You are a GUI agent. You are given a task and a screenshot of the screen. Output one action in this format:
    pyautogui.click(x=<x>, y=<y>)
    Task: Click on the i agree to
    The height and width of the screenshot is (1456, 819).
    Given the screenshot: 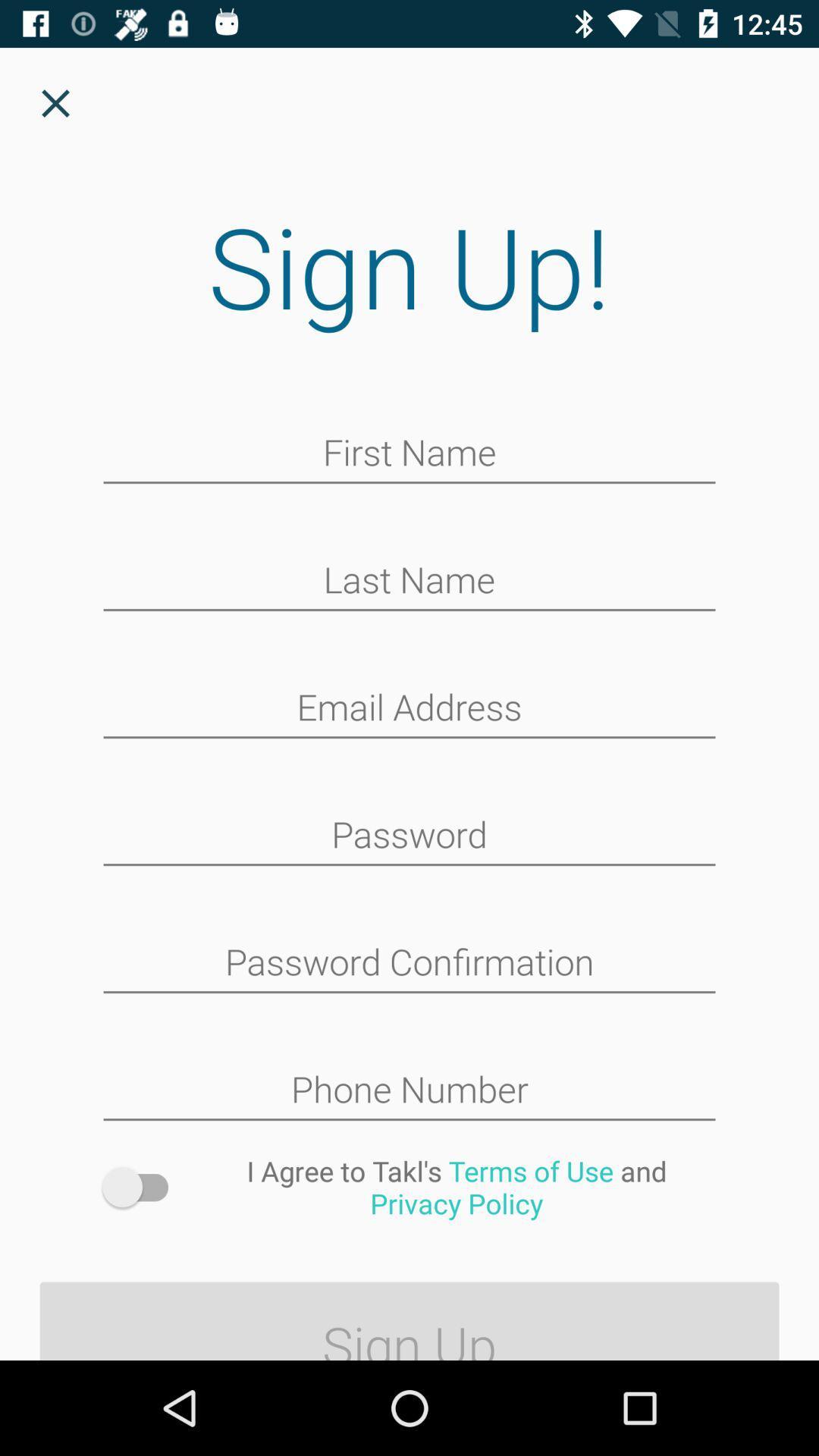 What is the action you would take?
    pyautogui.click(x=456, y=1186)
    